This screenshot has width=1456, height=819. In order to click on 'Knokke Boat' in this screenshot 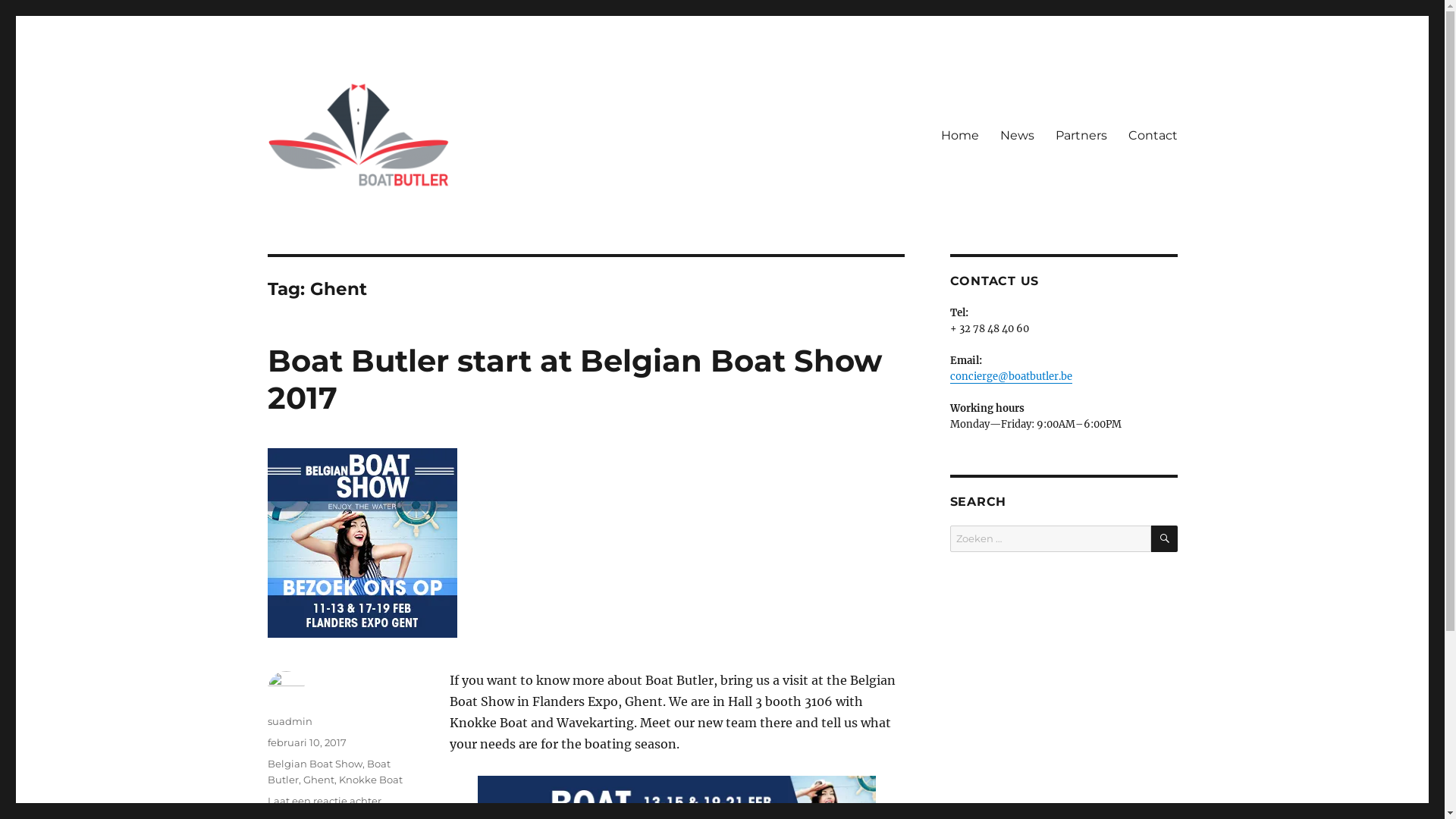, I will do `click(370, 780)`.